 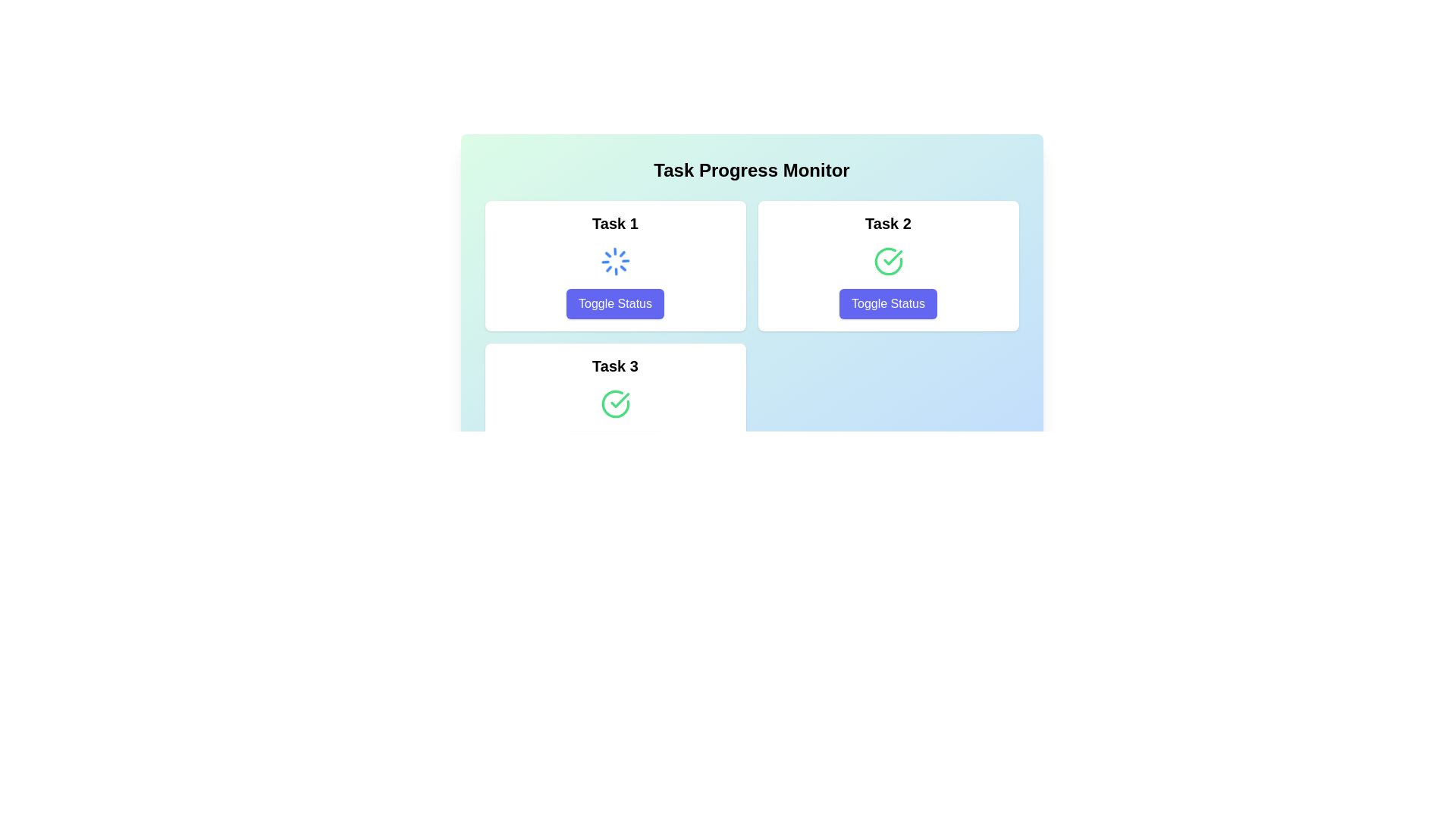 I want to click on the status indicator icon for 'Task 2', so click(x=888, y=260).